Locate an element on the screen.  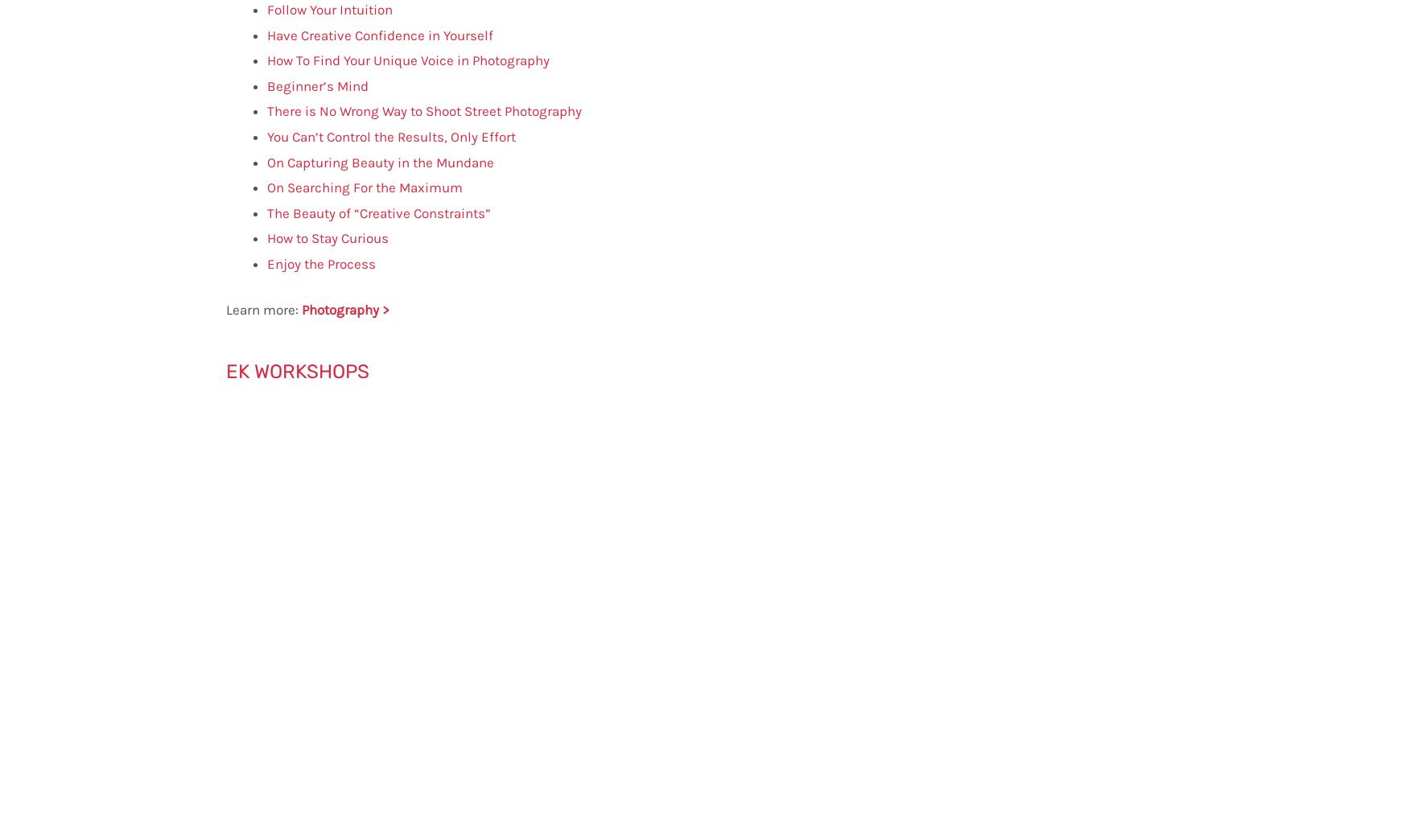
'Learn more:' is located at coordinates (264, 308).